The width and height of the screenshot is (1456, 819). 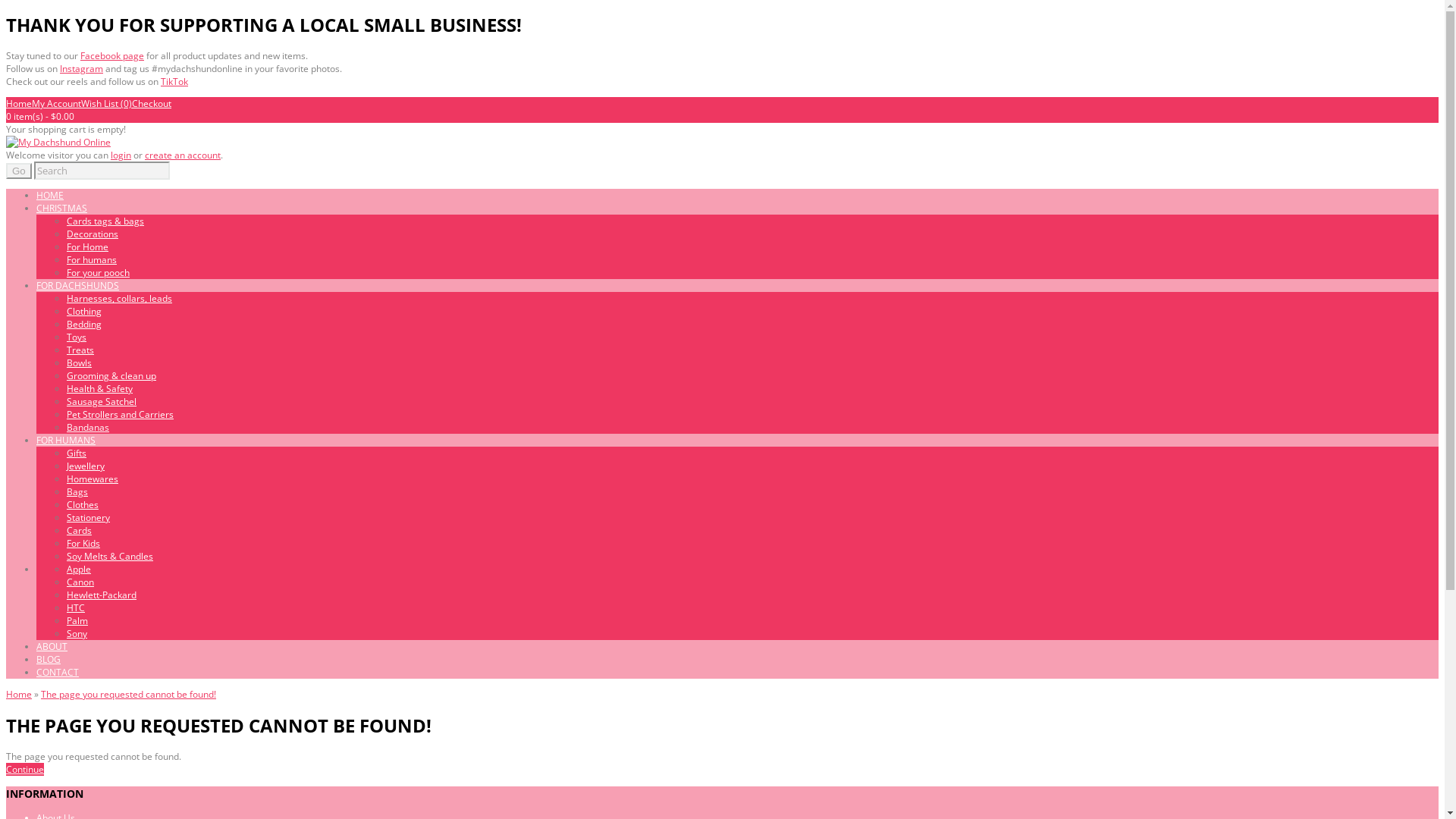 I want to click on 'create an account', so click(x=182, y=155).